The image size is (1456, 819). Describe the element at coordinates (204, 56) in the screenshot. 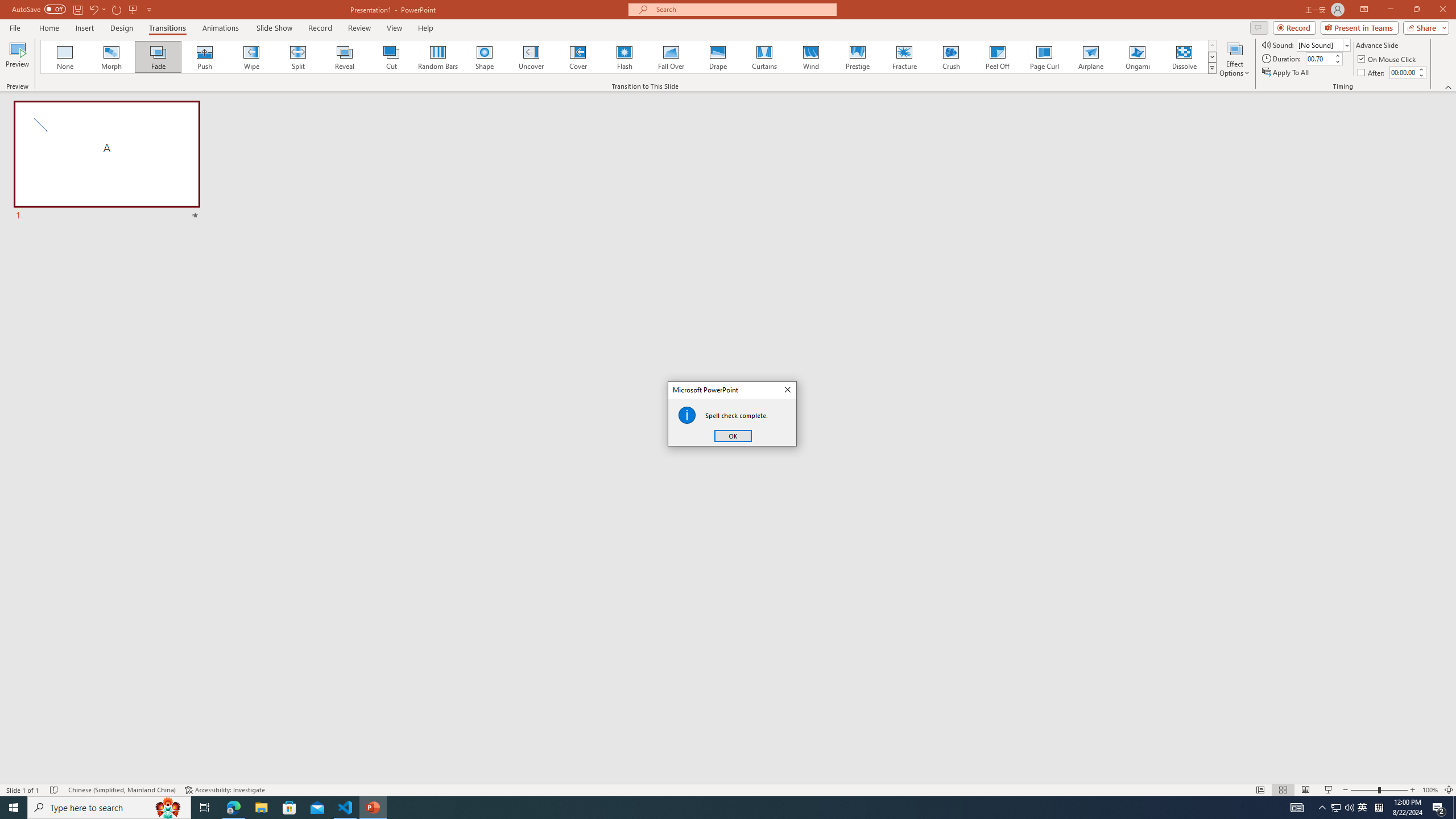

I see `'Push'` at that location.